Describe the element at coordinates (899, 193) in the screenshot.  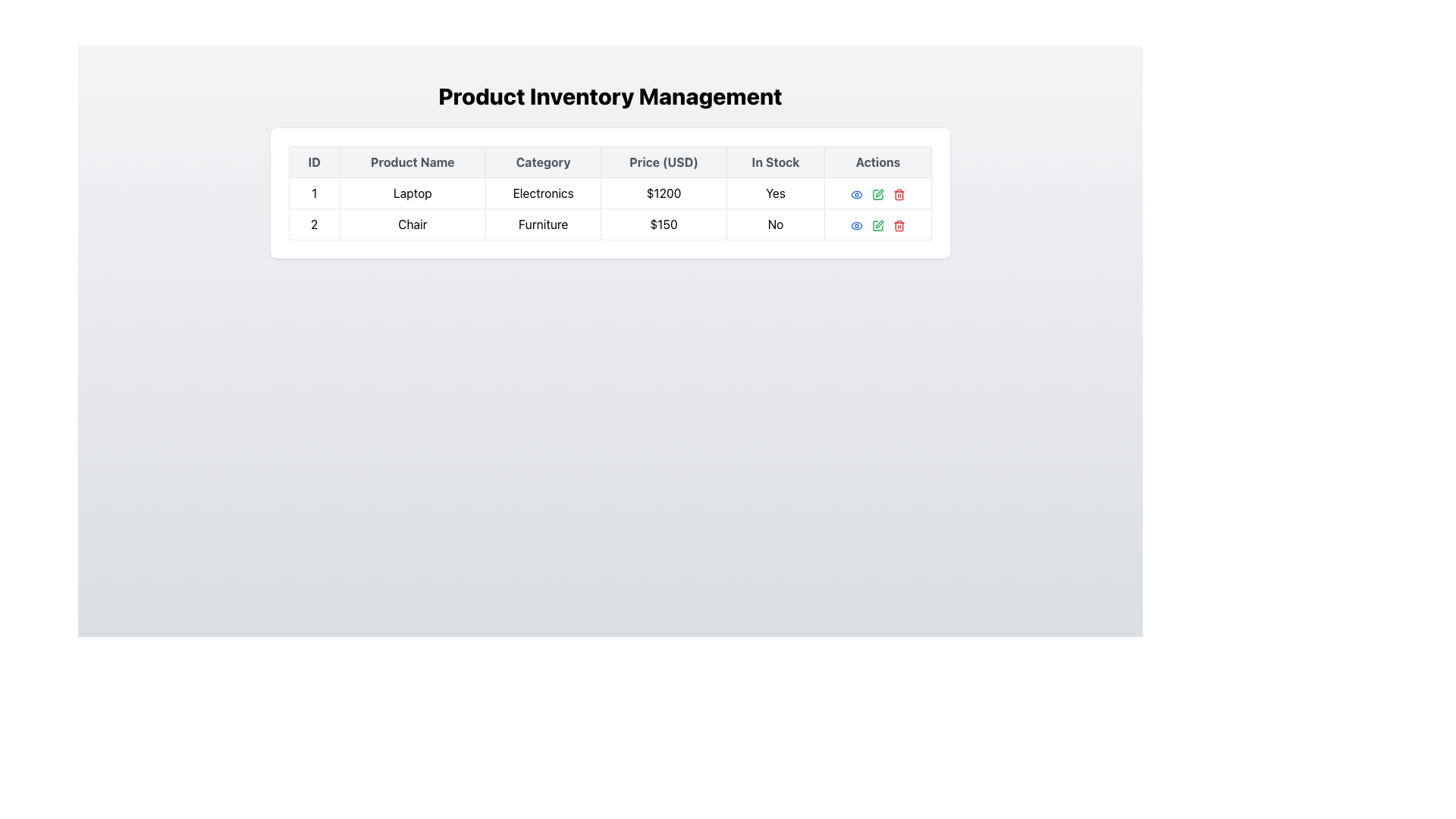
I see `the red trash bin icon button located in the 'Actions' column of the table, specifically for the second item ('Chair') in the inventory` at that location.